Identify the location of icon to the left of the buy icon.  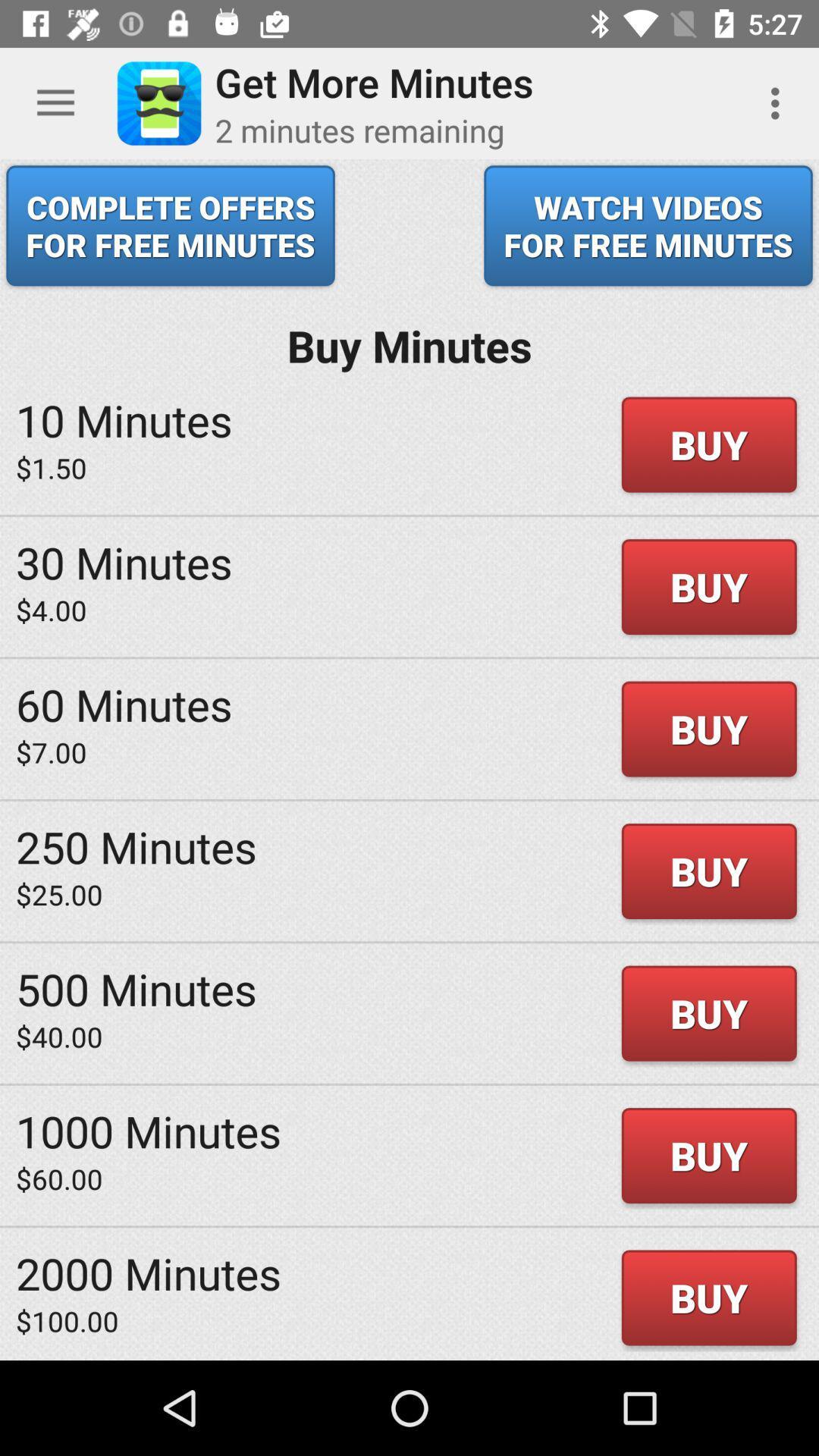
(123, 703).